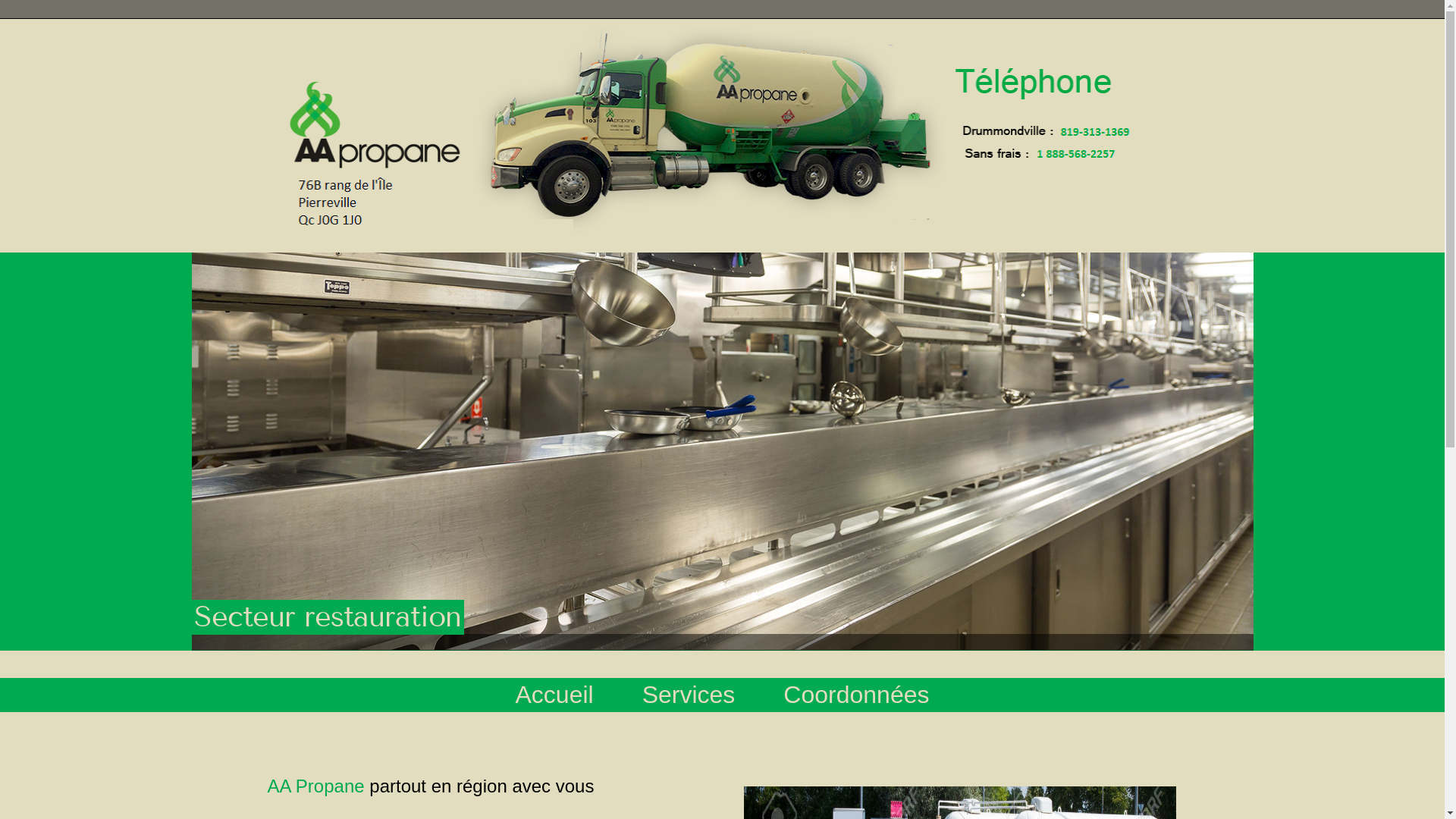  Describe the element at coordinates (619, 698) in the screenshot. I see `'Services'` at that location.